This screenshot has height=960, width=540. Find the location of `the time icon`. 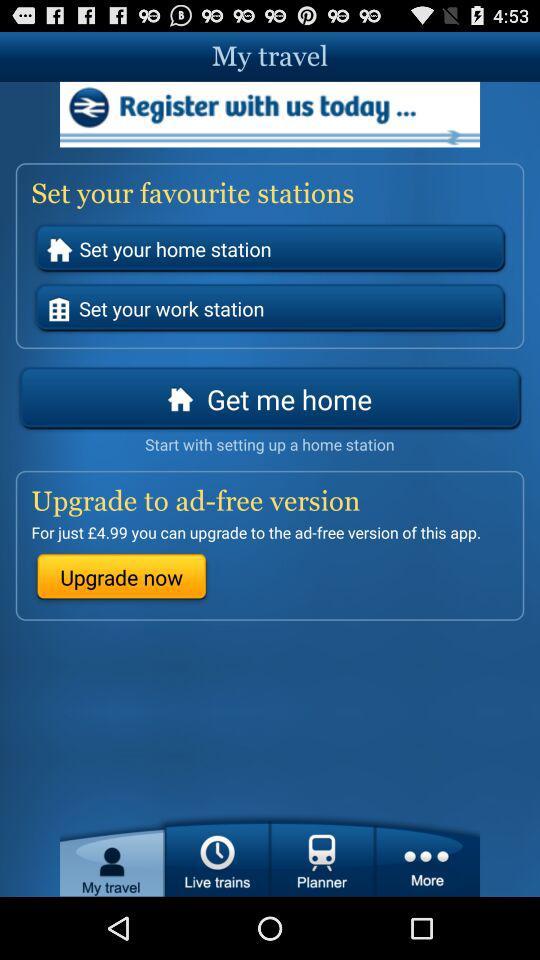

the time icon is located at coordinates (216, 914).